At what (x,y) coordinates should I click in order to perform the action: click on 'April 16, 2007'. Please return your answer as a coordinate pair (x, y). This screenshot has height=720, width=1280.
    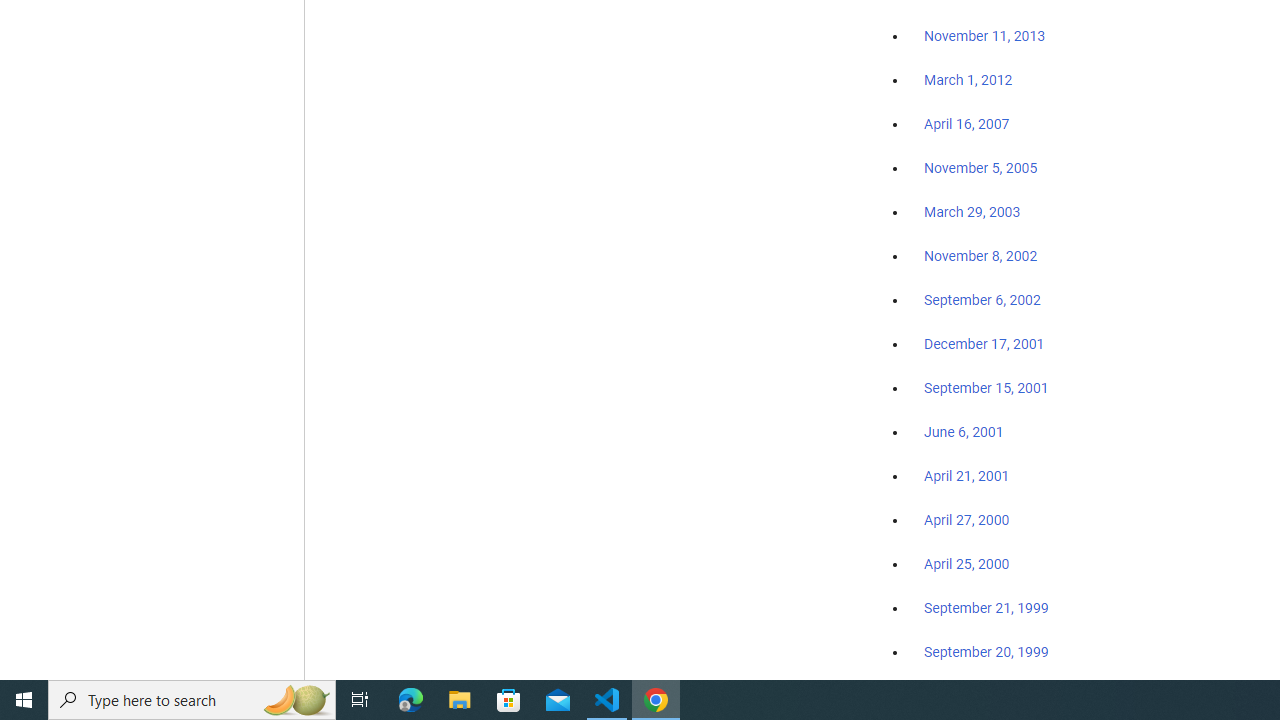
    Looking at the image, I should click on (967, 124).